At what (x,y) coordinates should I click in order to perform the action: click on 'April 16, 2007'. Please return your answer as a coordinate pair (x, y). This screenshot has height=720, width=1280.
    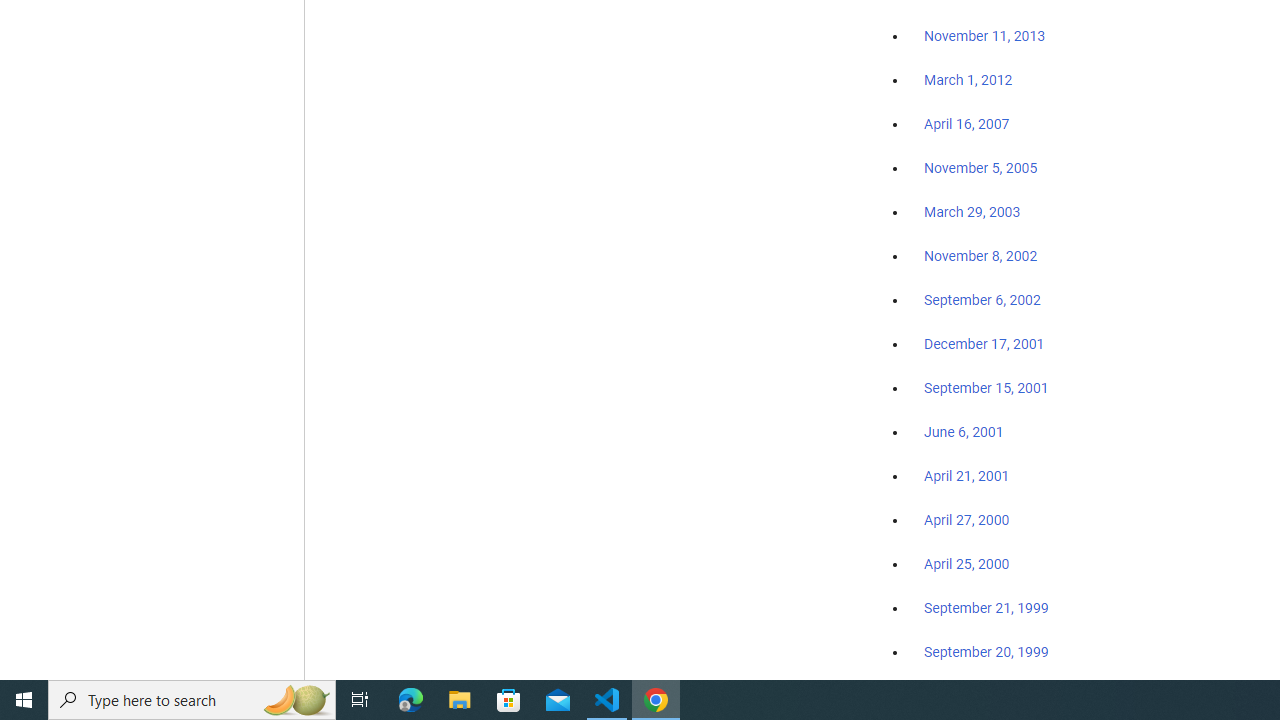
    Looking at the image, I should click on (967, 124).